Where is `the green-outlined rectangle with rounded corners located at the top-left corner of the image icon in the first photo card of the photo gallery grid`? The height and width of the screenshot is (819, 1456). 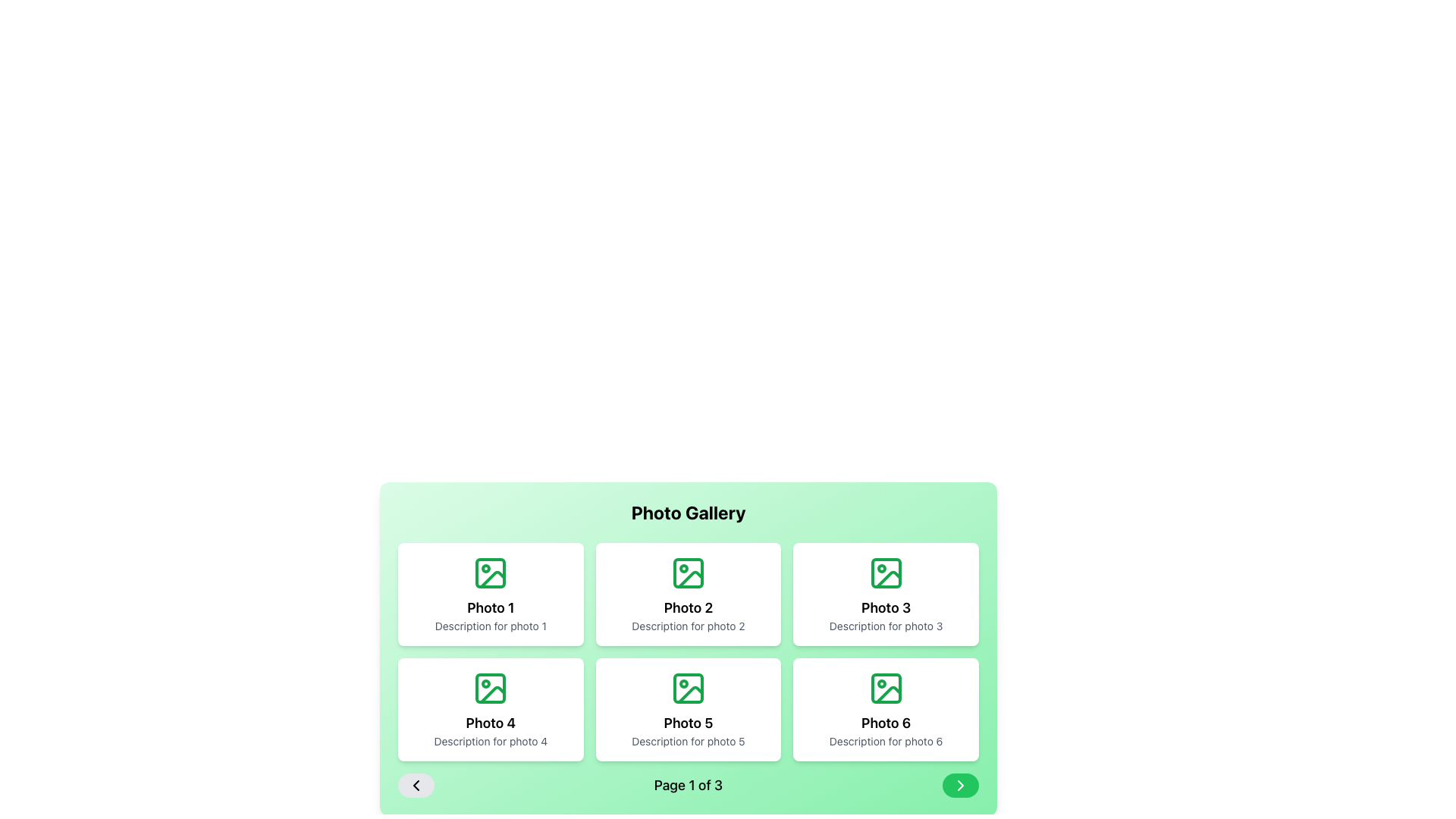 the green-outlined rectangle with rounded corners located at the top-left corner of the image icon in the first photo card of the photo gallery grid is located at coordinates (491, 573).